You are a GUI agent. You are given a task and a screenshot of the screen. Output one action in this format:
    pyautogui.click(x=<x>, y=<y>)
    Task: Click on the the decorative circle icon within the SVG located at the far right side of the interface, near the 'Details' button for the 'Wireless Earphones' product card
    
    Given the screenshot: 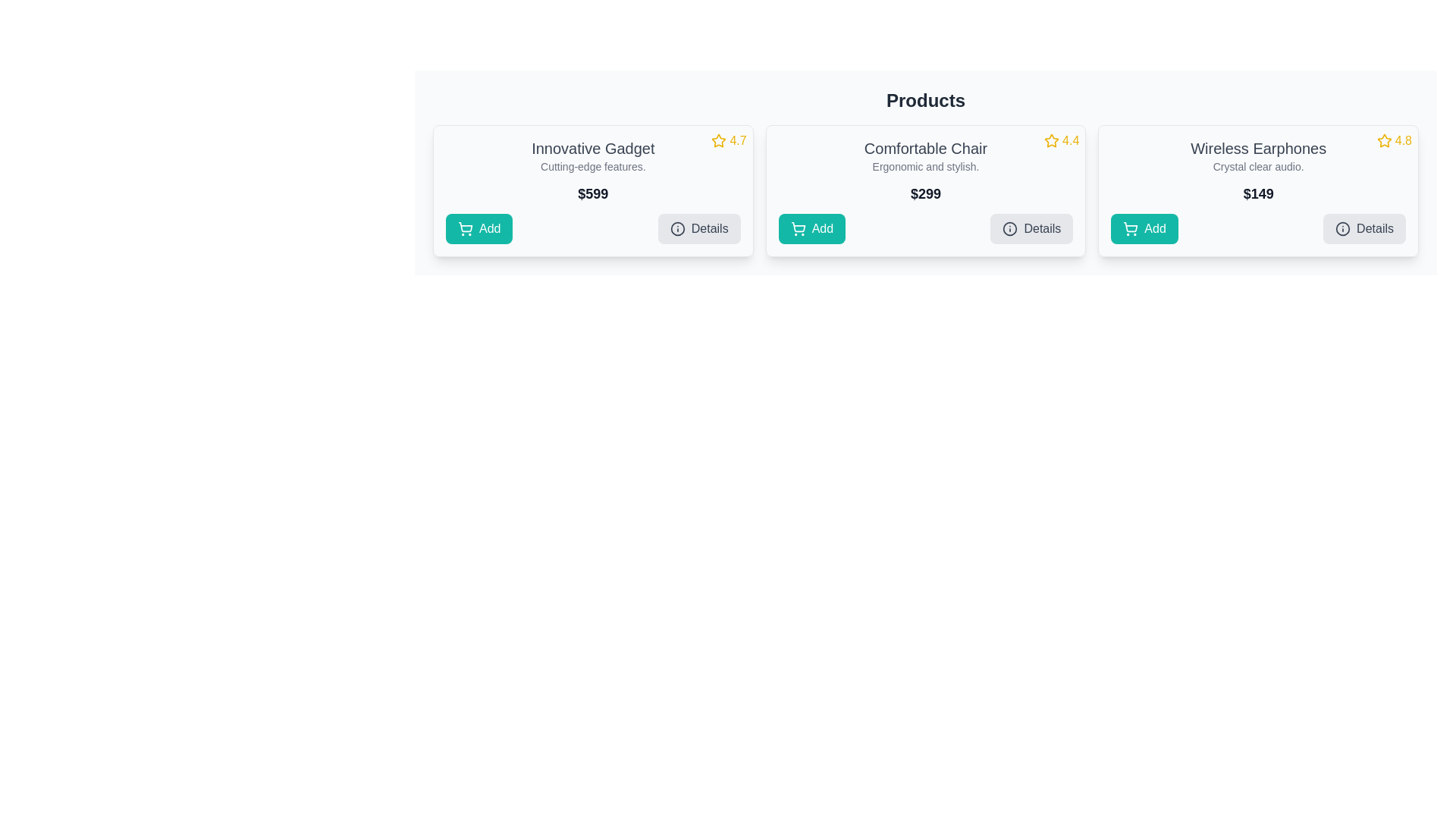 What is the action you would take?
    pyautogui.click(x=1343, y=228)
    